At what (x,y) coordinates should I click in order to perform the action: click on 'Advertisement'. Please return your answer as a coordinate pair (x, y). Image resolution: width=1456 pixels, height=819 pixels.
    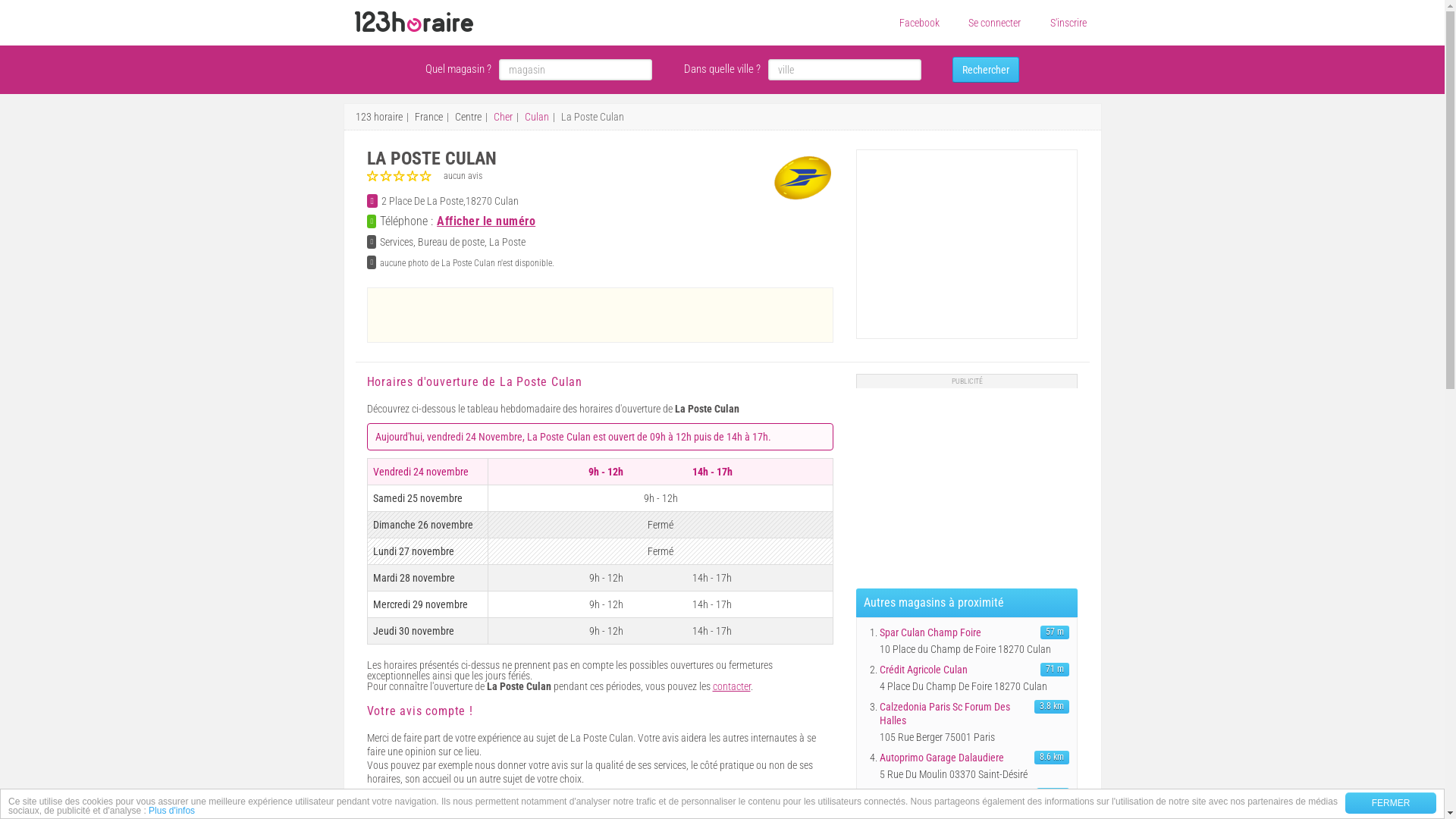
    Looking at the image, I should click on (968, 482).